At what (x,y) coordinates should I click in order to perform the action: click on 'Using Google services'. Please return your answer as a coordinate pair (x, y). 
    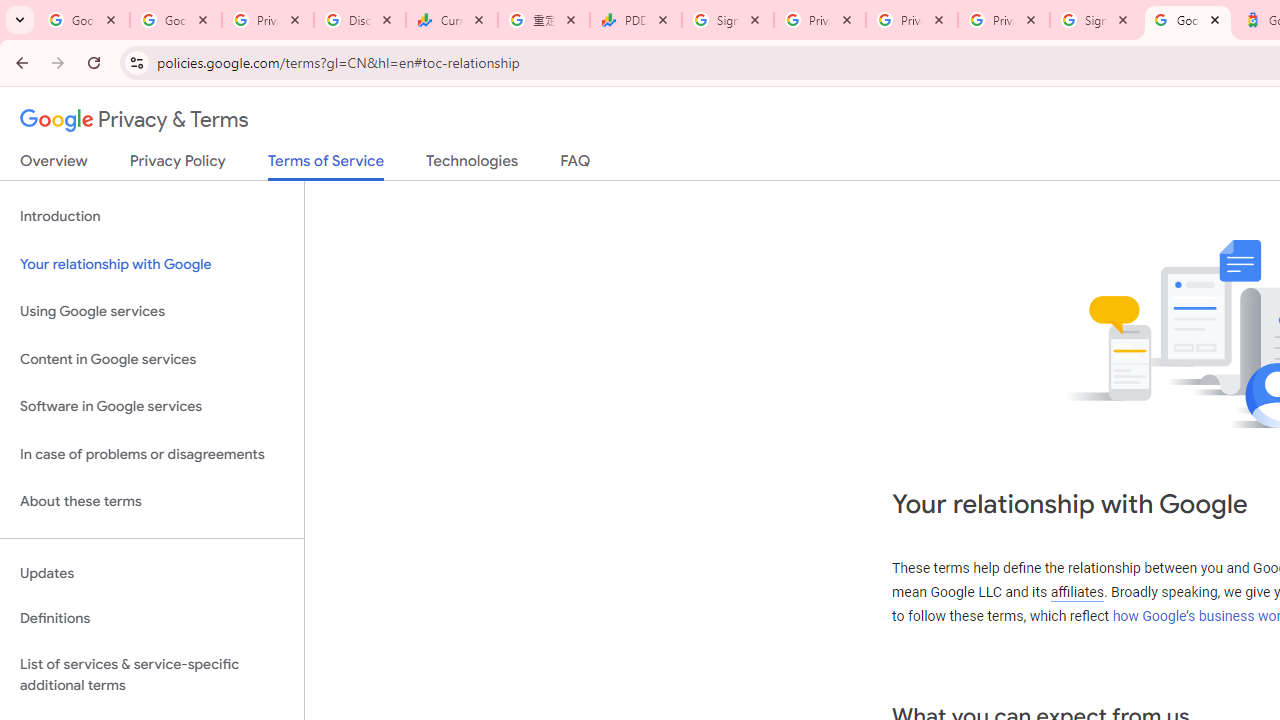
    Looking at the image, I should click on (151, 312).